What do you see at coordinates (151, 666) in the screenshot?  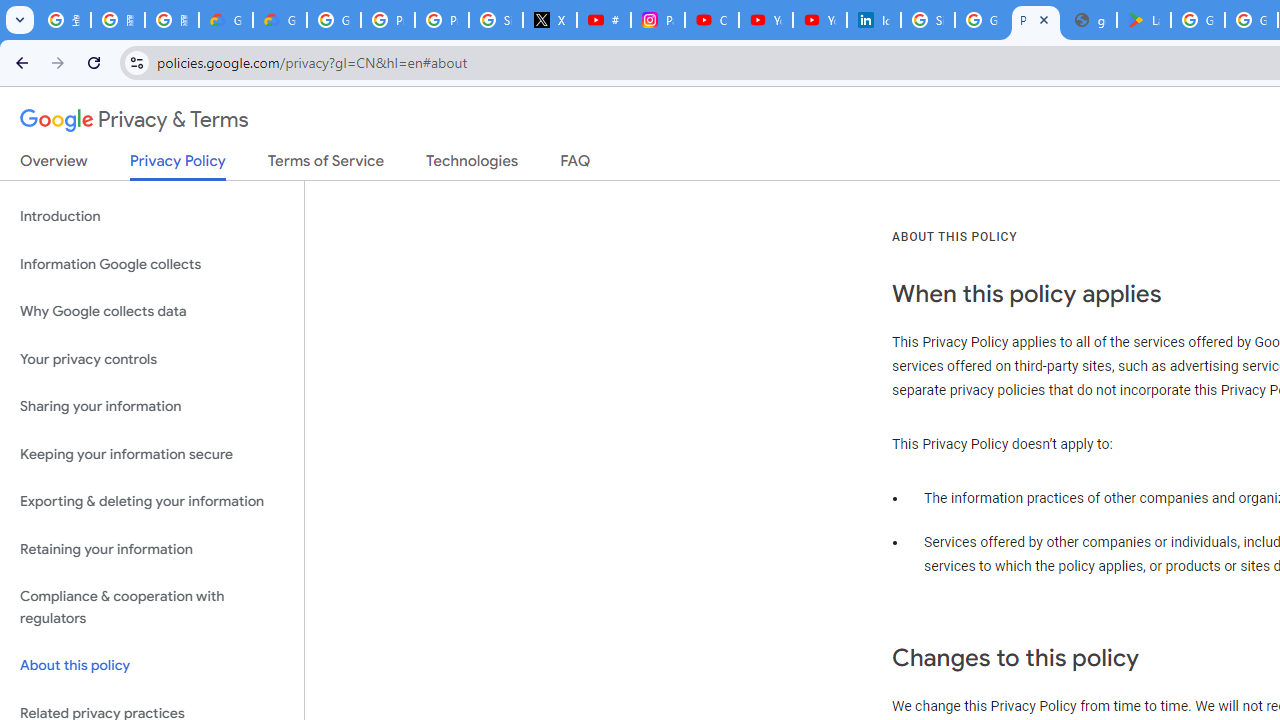 I see `'About this policy'` at bounding box center [151, 666].